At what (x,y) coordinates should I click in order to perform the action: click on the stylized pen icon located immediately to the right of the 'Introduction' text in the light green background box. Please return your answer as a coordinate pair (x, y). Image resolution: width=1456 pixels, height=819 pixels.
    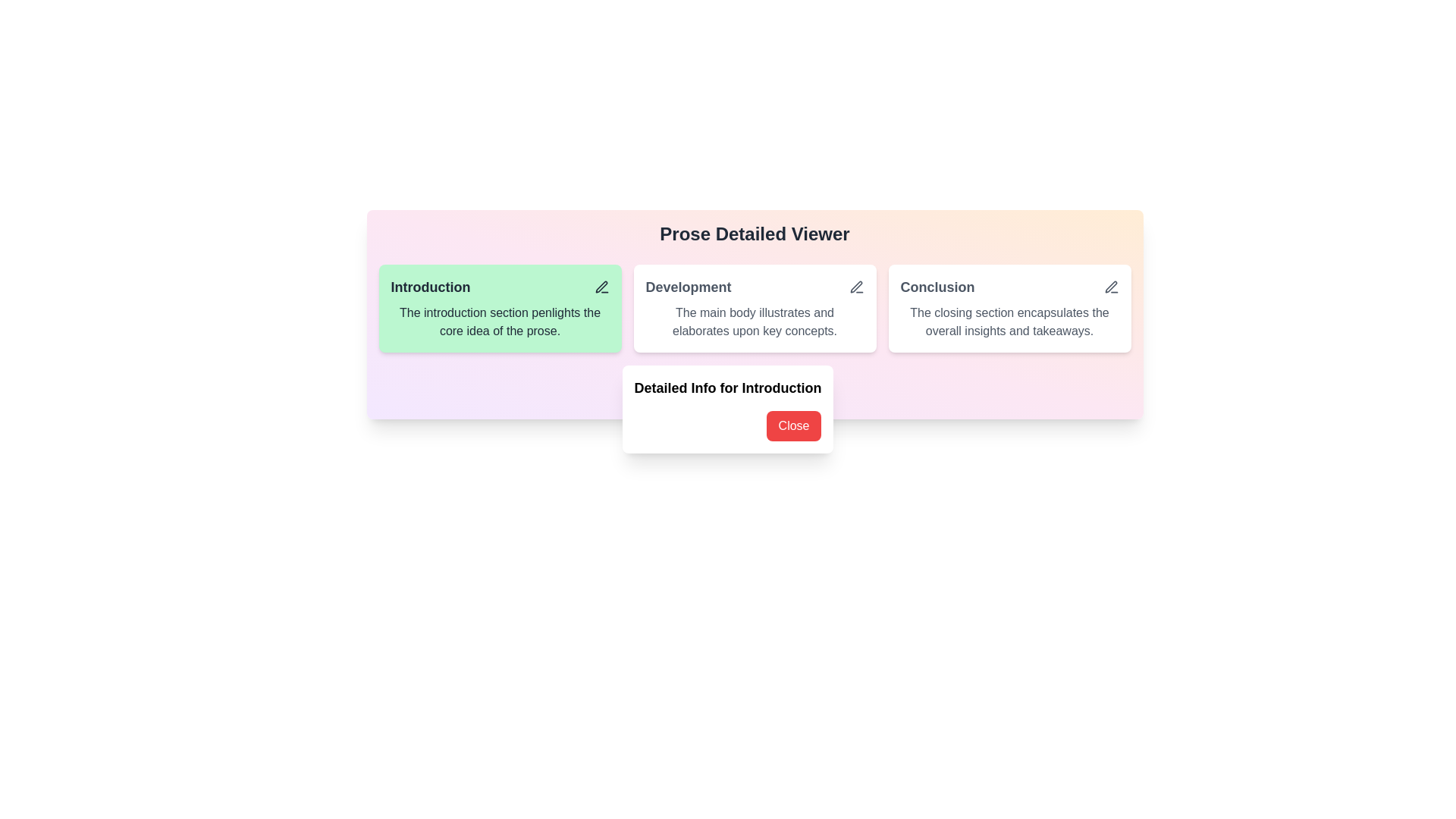
    Looking at the image, I should click on (601, 287).